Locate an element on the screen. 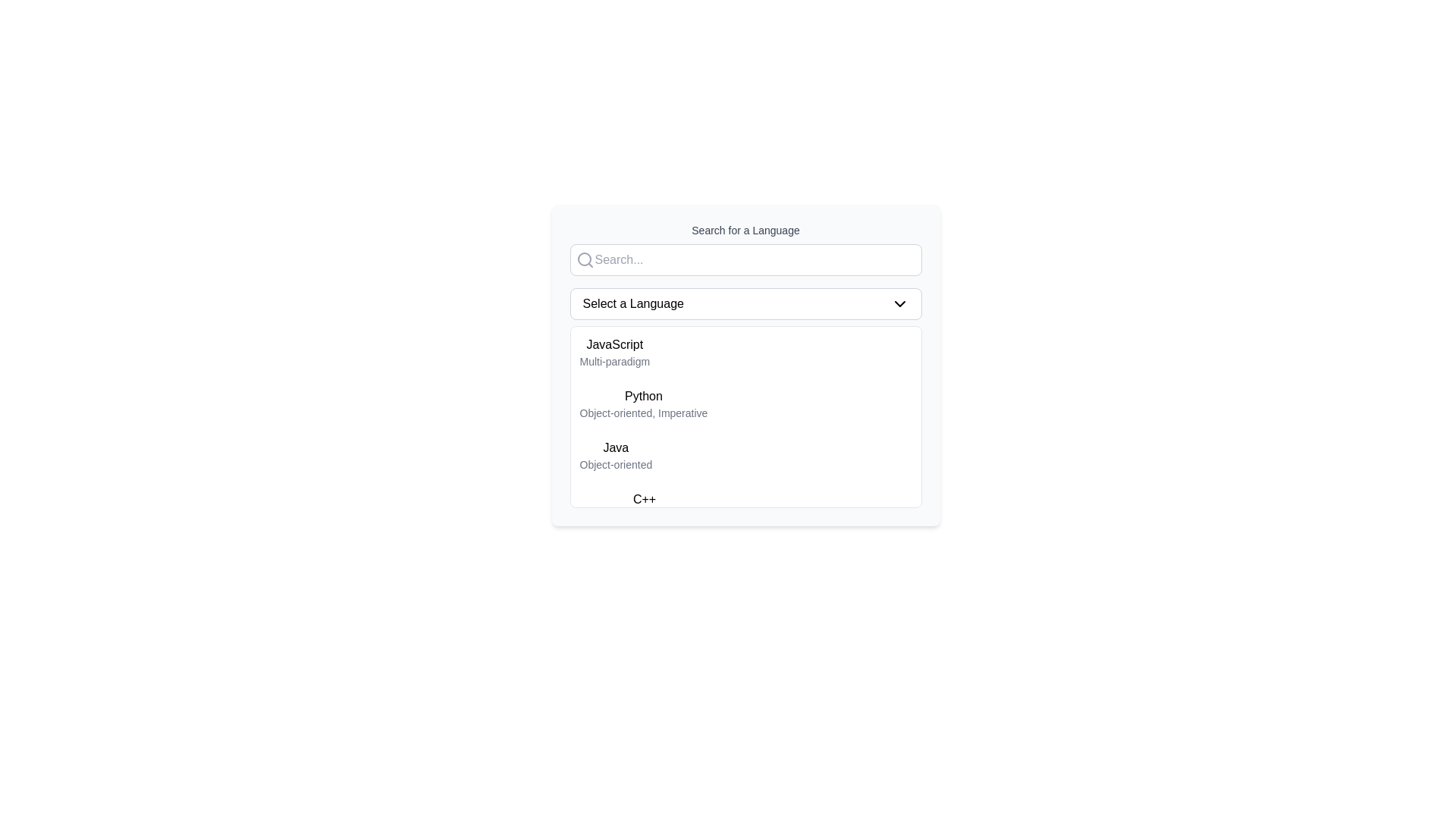 This screenshot has width=1456, height=819. the third item in the 'Select a Language' dropdown menu is located at coordinates (745, 455).